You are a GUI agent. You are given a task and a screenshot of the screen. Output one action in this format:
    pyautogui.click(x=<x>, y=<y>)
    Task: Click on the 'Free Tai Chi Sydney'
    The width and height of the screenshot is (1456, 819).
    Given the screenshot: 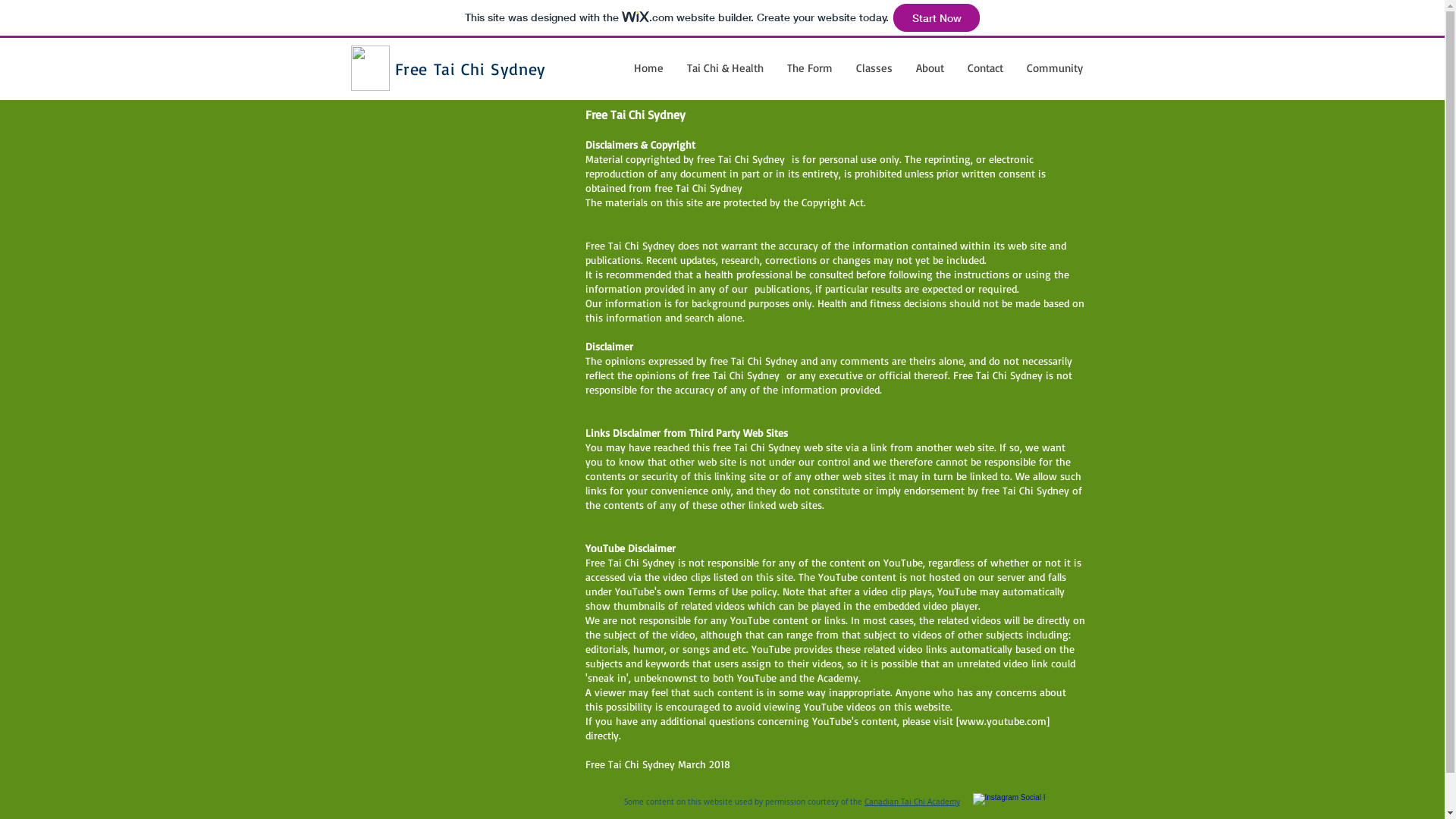 What is the action you would take?
    pyautogui.click(x=469, y=68)
    